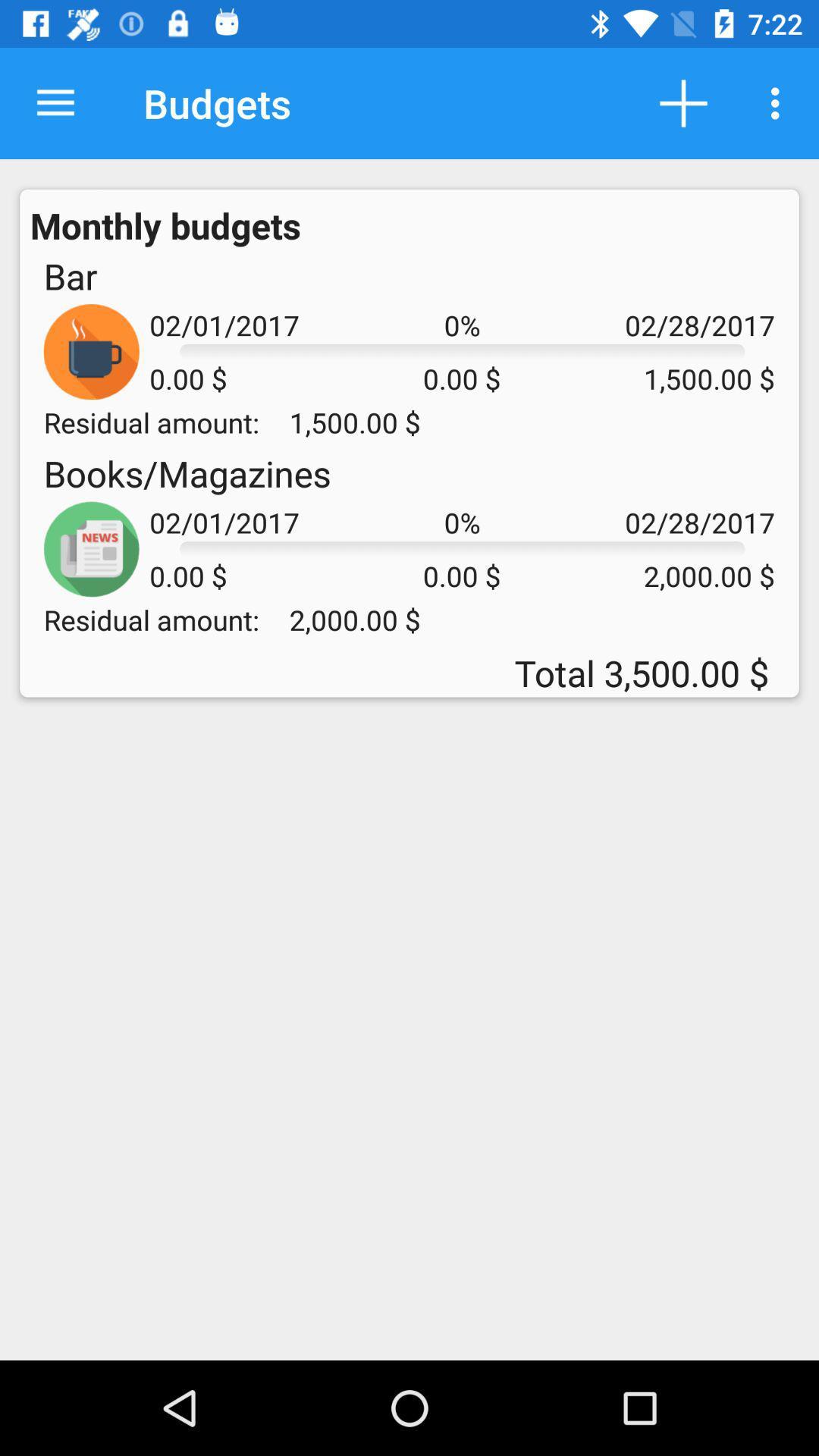 The height and width of the screenshot is (1456, 819). What do you see at coordinates (55, 102) in the screenshot?
I see `the item above the monthly budgets` at bounding box center [55, 102].